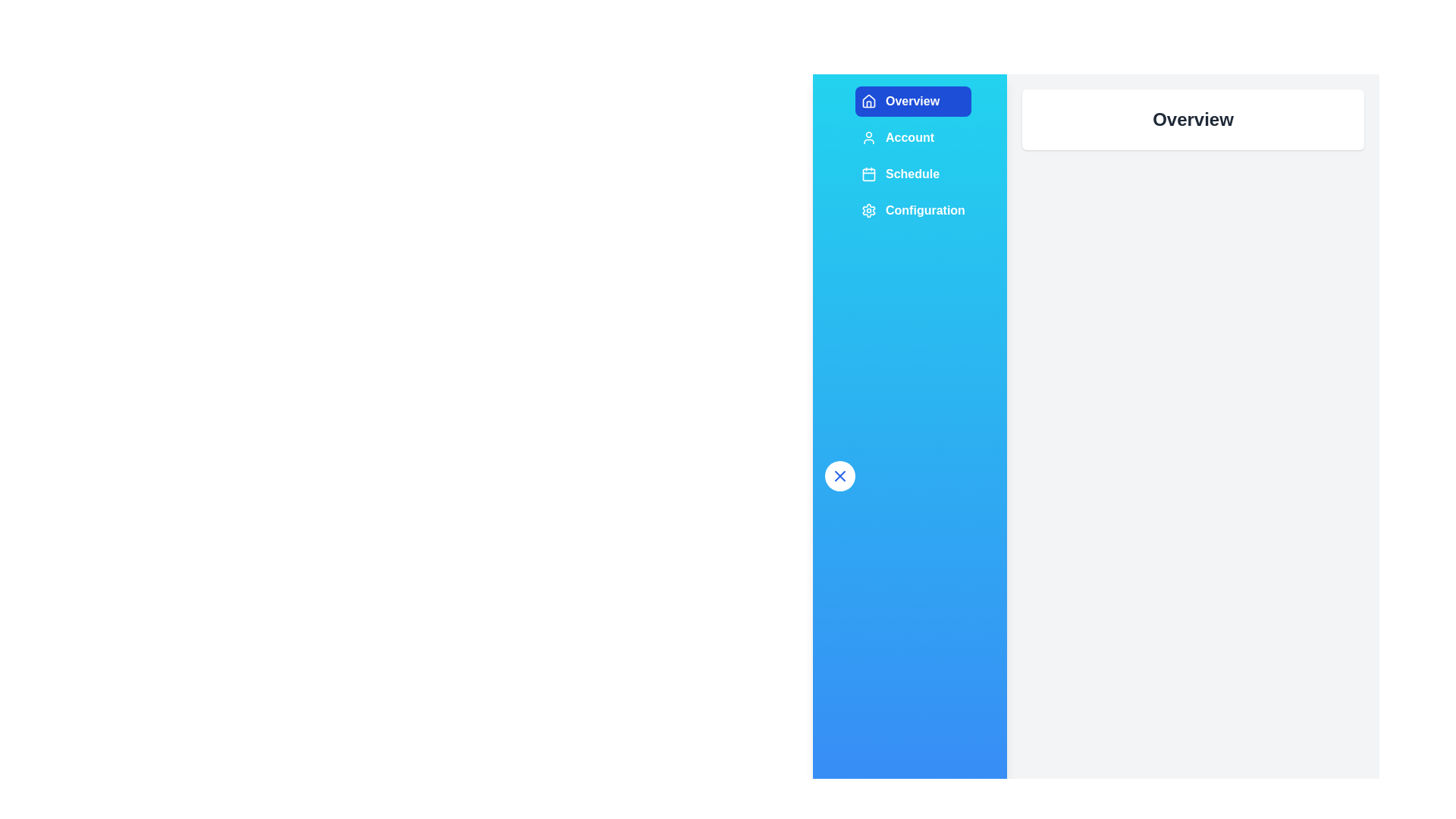 This screenshot has height=819, width=1456. I want to click on the sidebar section labeled Account, so click(912, 137).